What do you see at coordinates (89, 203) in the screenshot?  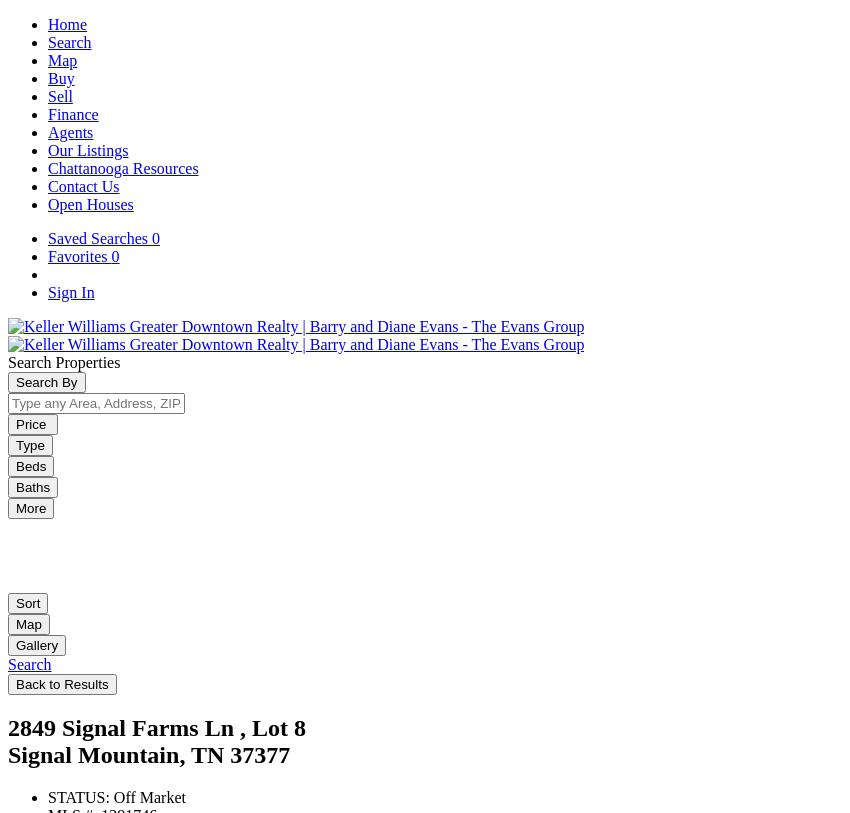 I see `'Open Houses'` at bounding box center [89, 203].